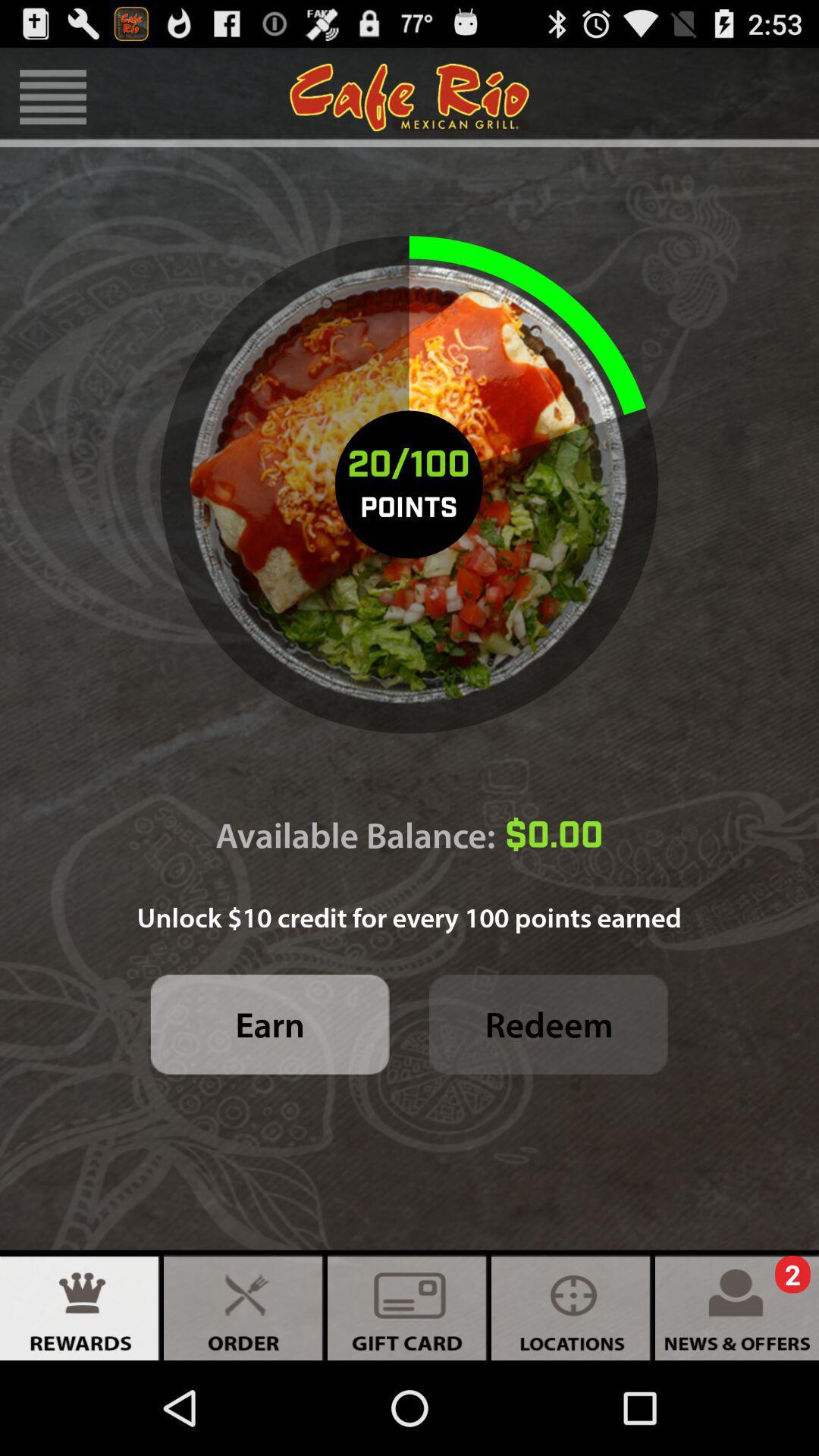 This screenshot has width=819, height=1456. What do you see at coordinates (269, 1025) in the screenshot?
I see `the icon below unlock 10 credit` at bounding box center [269, 1025].